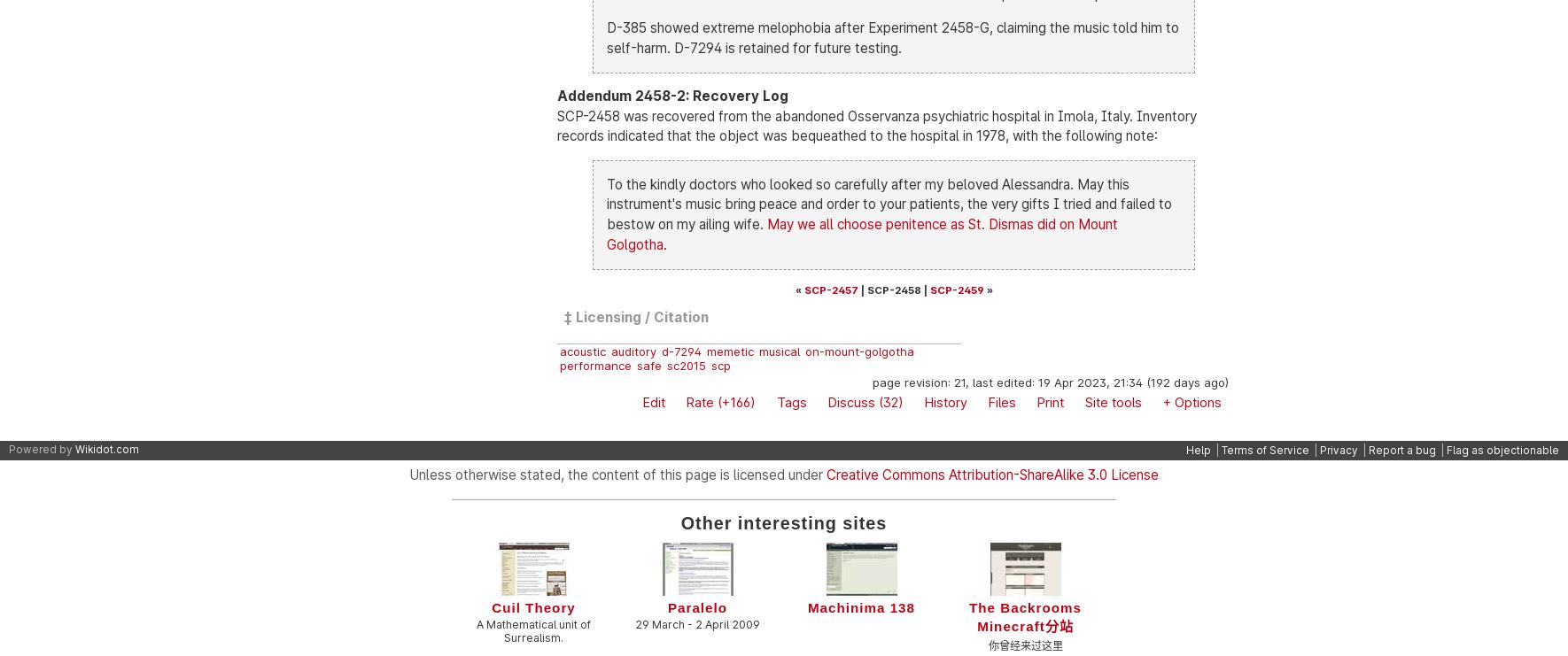 The width and height of the screenshot is (1568, 656). Describe the element at coordinates (634, 315) in the screenshot. I see `'‡ Licensing / Citation'` at that location.